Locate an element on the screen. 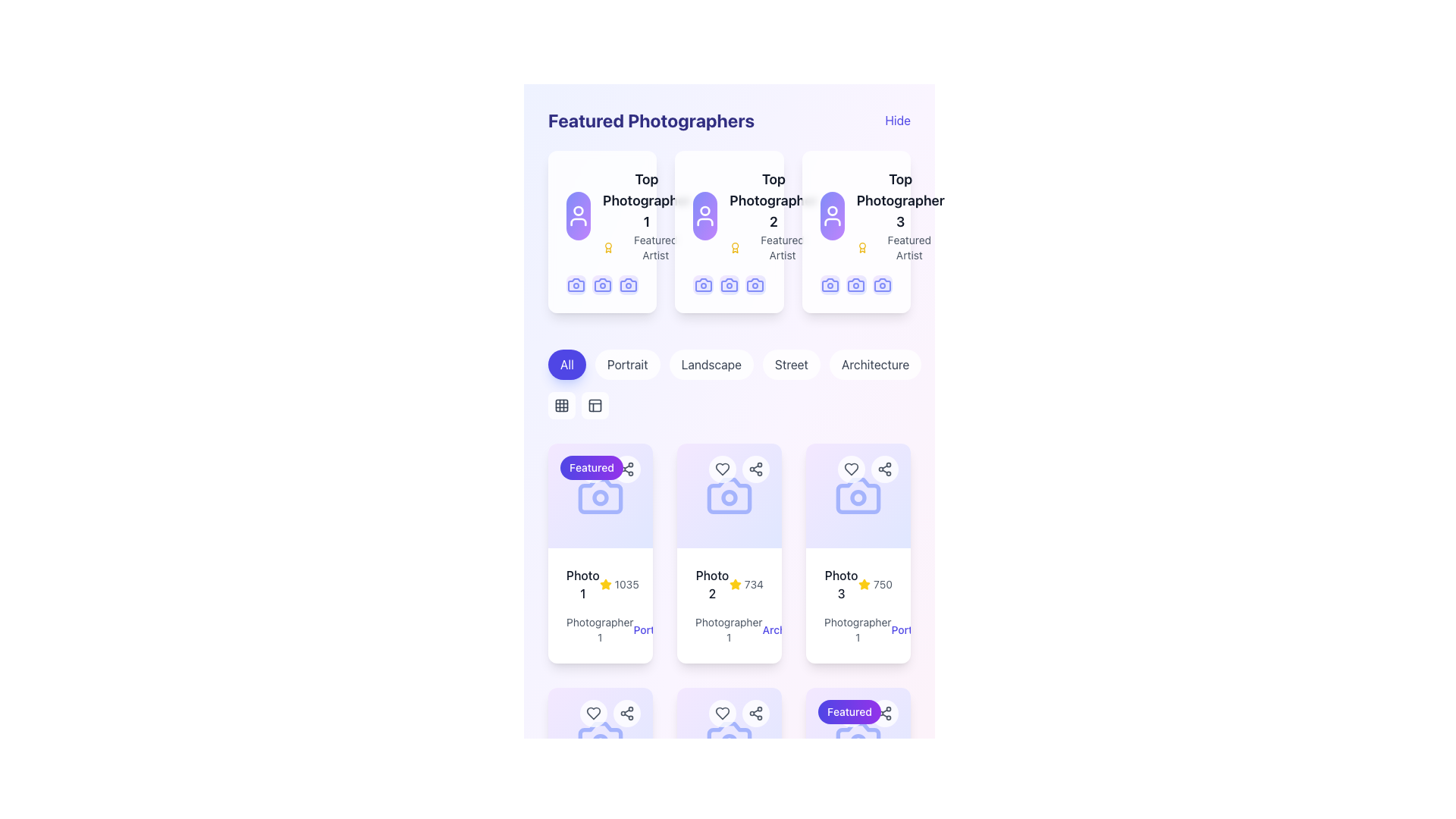 The image size is (1456, 819). the avatar/icon representing the profile of a photographer located in the first column under 'Featured Photographers', above the text 'Top Photographer 1' is located at coordinates (578, 216).